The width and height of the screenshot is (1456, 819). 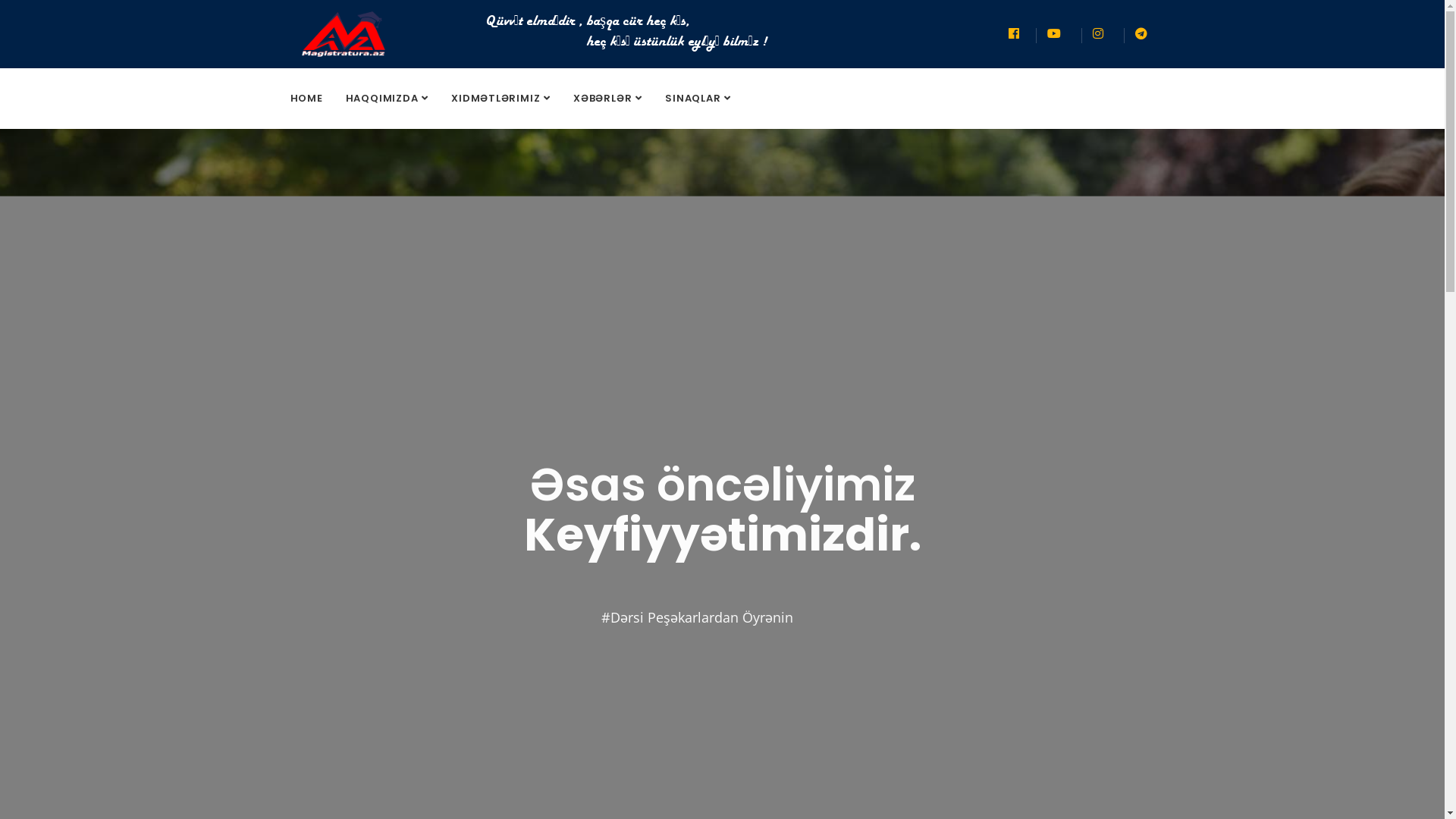 What do you see at coordinates (387, 99) in the screenshot?
I see `'HAQQIMIZDA'` at bounding box center [387, 99].